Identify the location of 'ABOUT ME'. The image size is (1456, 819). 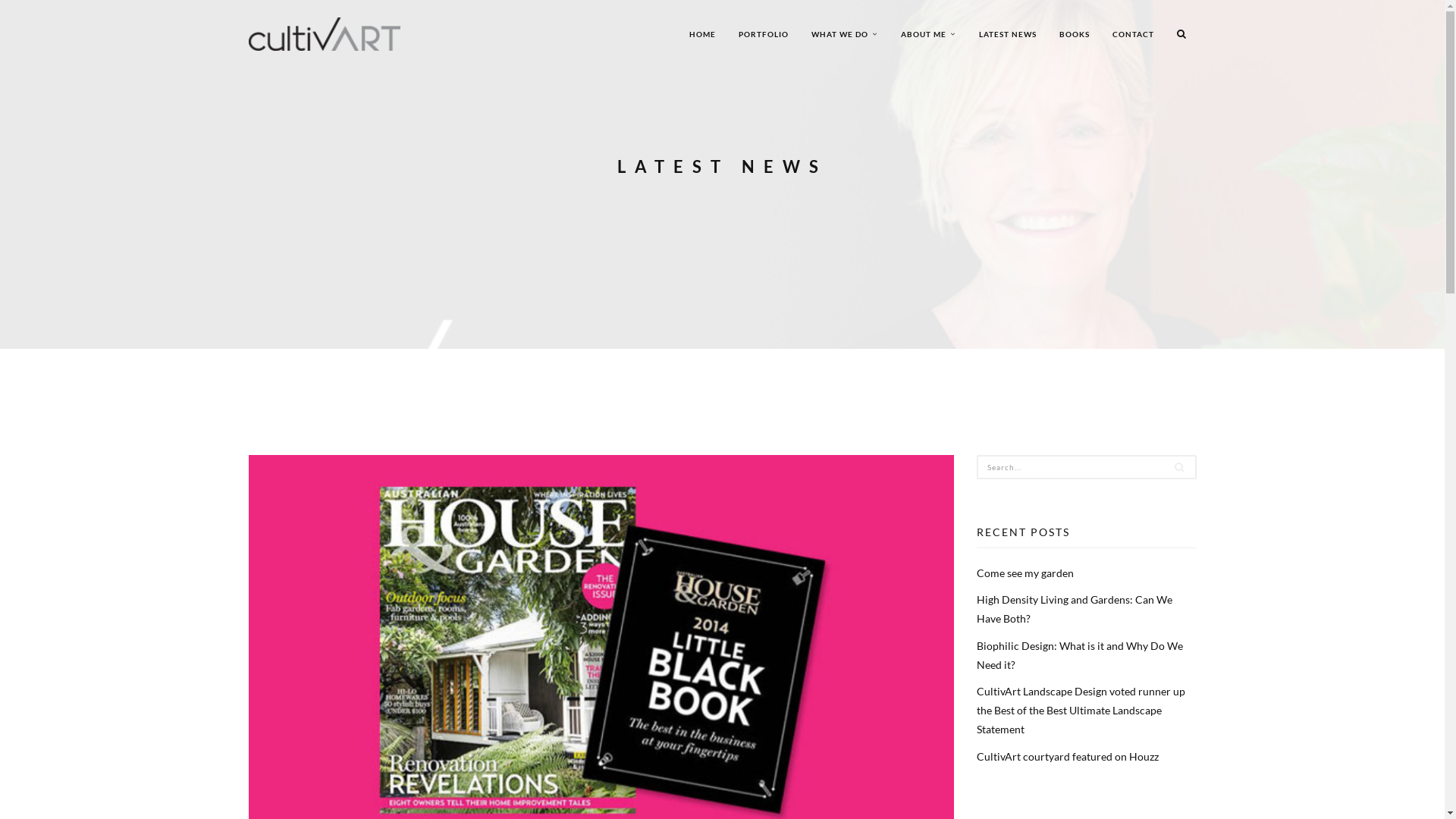
(888, 34).